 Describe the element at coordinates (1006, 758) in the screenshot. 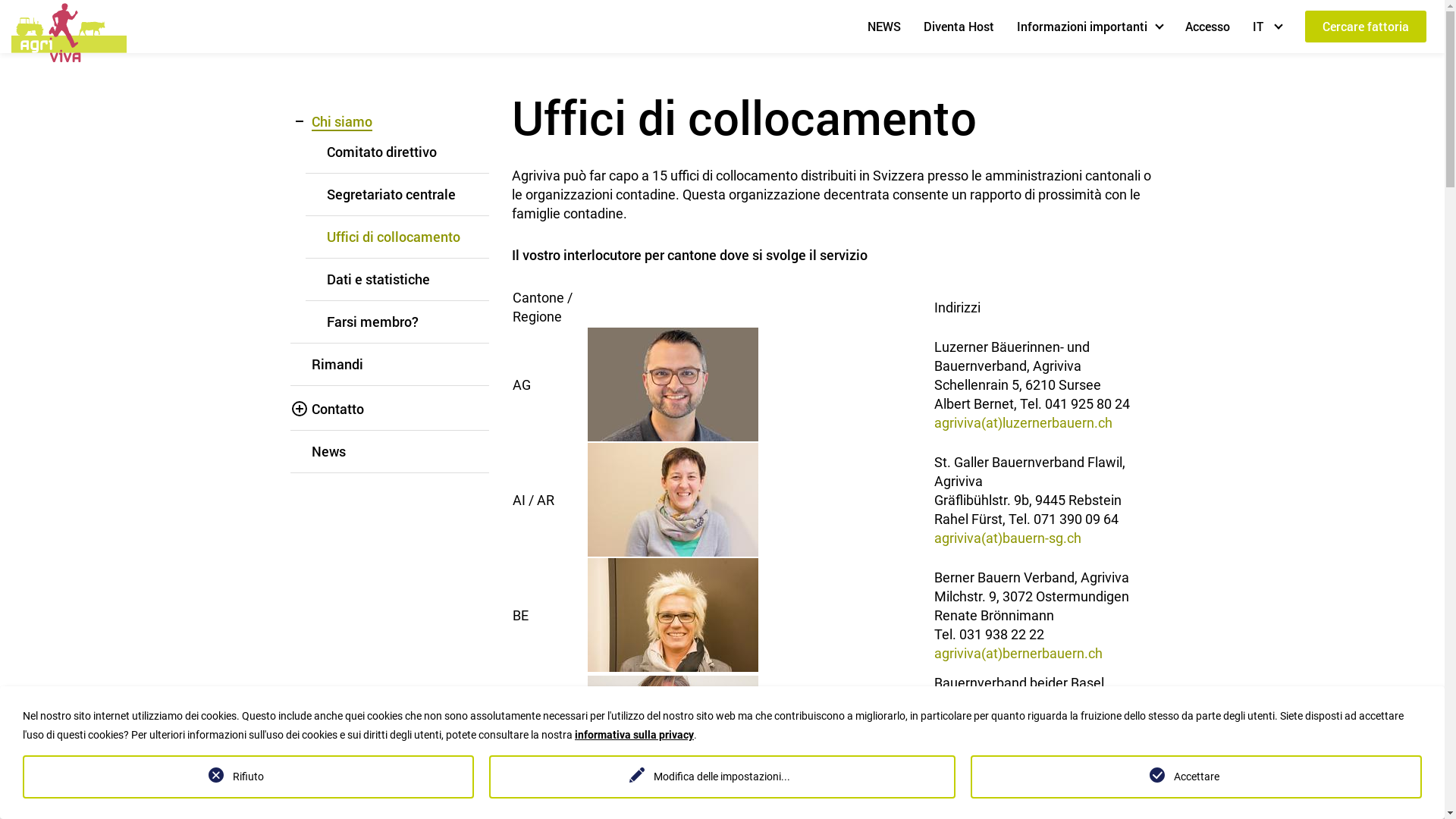

I see `'claudia.rossi[at]bvbb.ch'` at that location.